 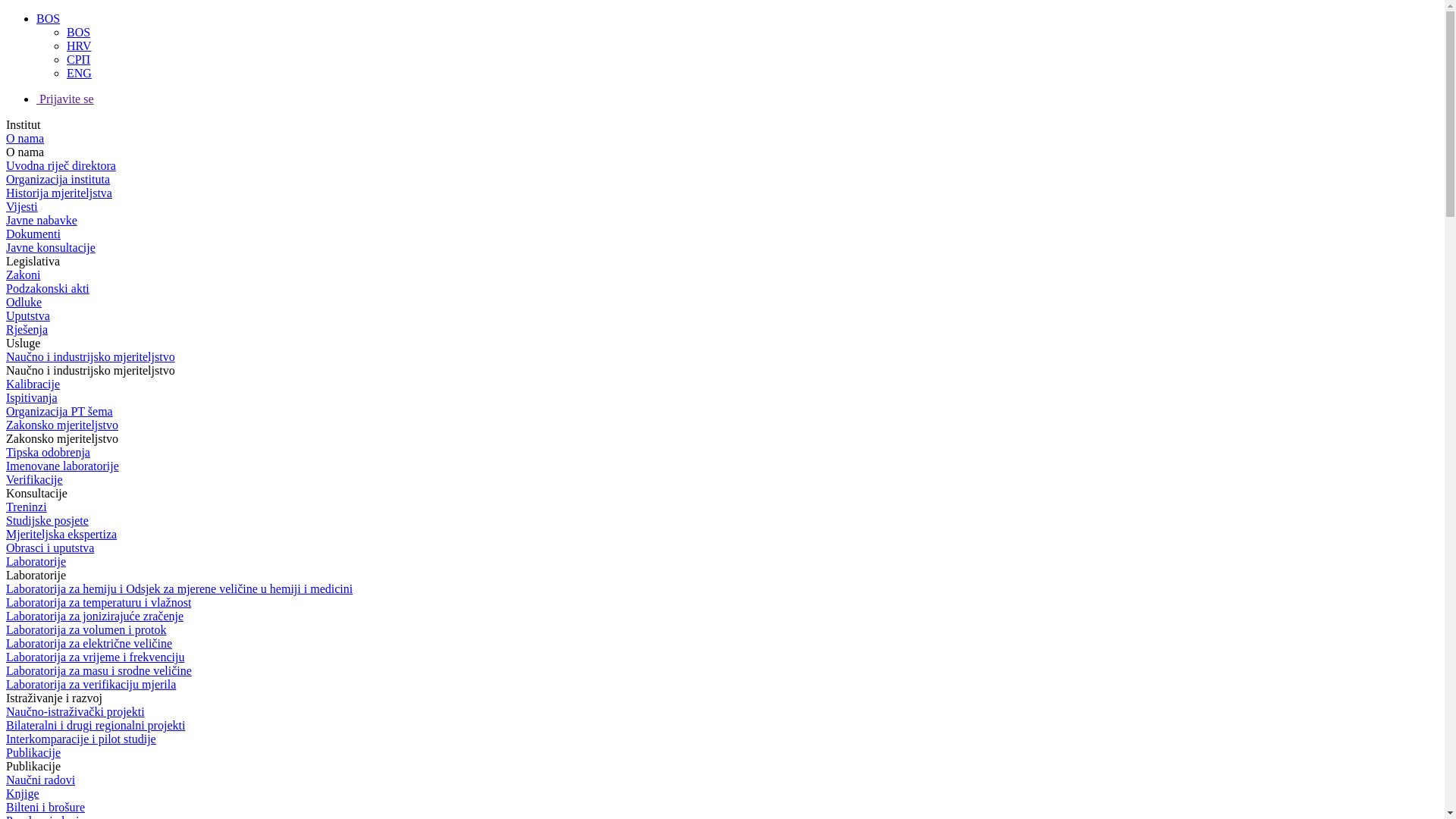 What do you see at coordinates (26, 507) in the screenshot?
I see `'Treninzi'` at bounding box center [26, 507].